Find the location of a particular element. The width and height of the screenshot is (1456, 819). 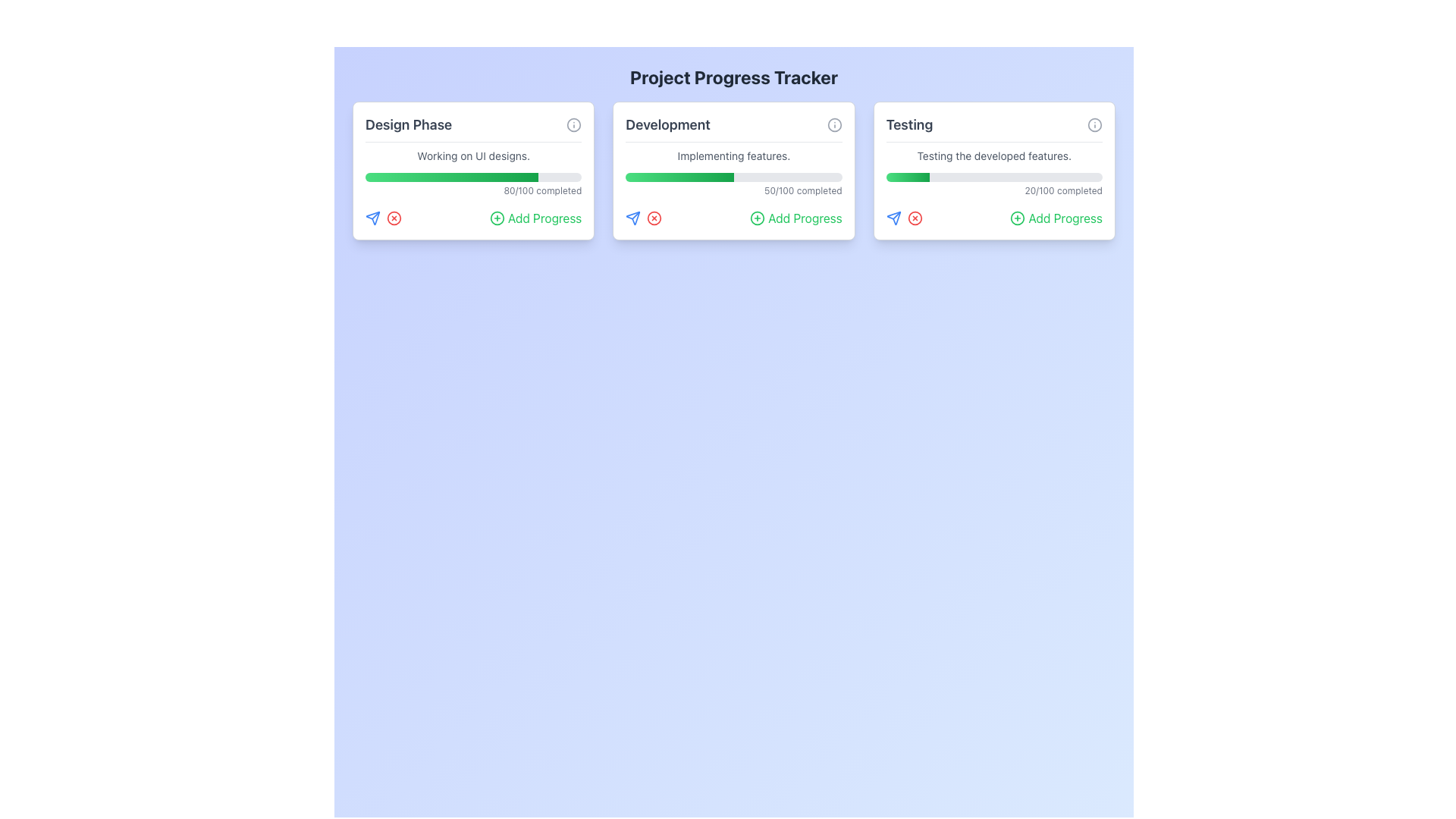

the 'Add Progress' button, which is a green text with an icon featuring a plus sign is located at coordinates (535, 218).